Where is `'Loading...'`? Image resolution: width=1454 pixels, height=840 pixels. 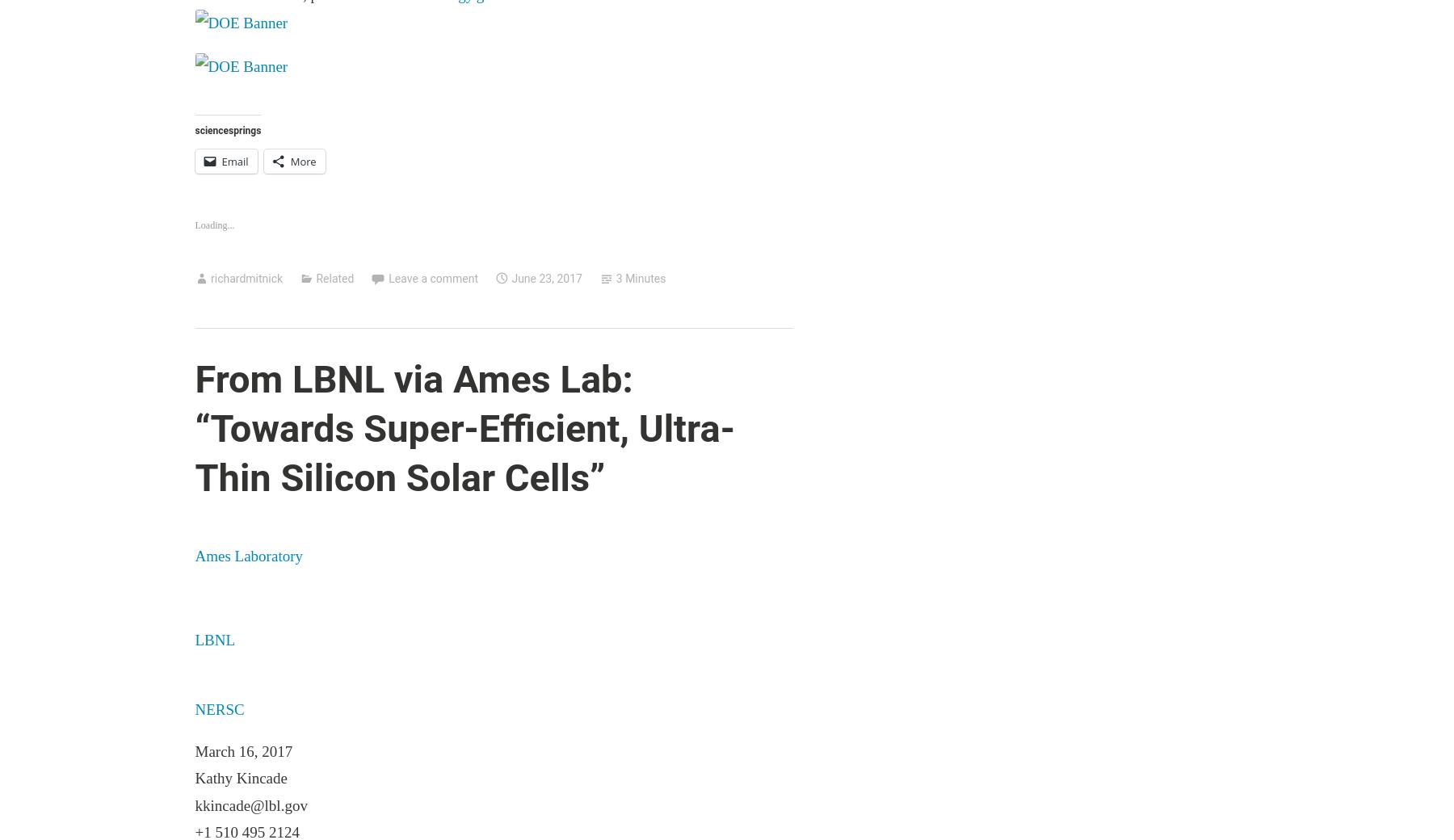 'Loading...' is located at coordinates (213, 225).